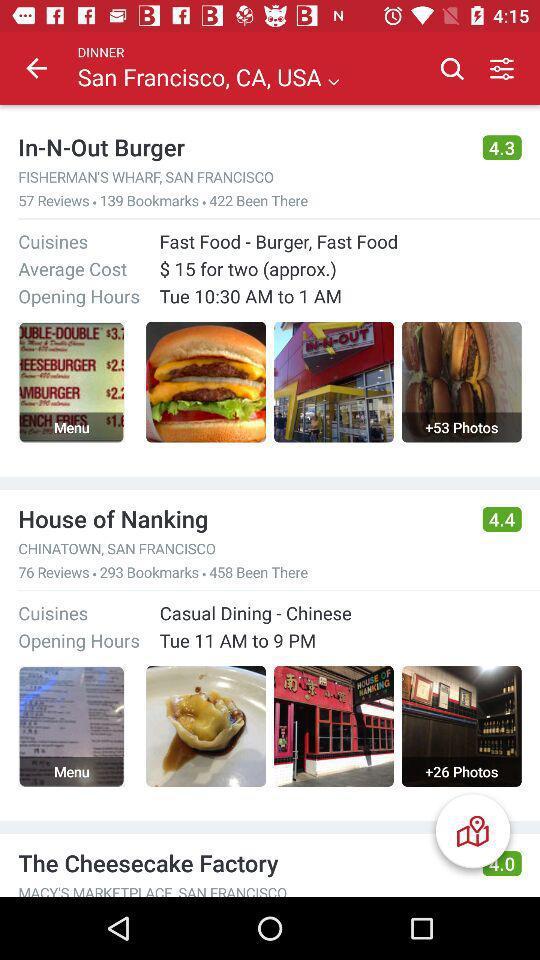 The height and width of the screenshot is (960, 540). I want to click on the casual dining - chinese item, so click(255, 612).